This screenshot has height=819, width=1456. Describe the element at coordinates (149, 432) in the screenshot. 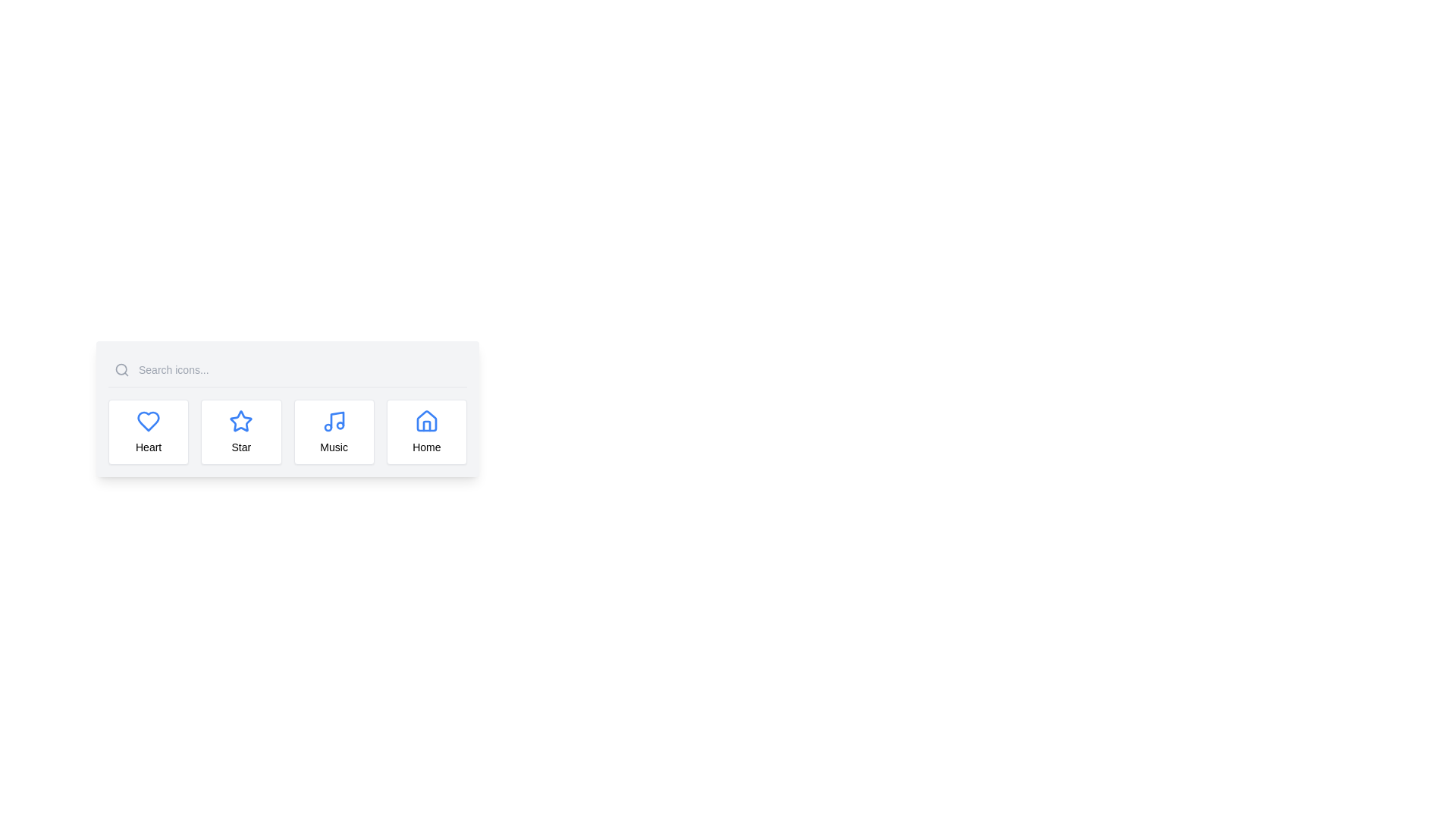

I see `the card element that has a heart icon outlined in blue and the label 'Heart' in black text, located in the top-left corner of the grid layout` at that location.